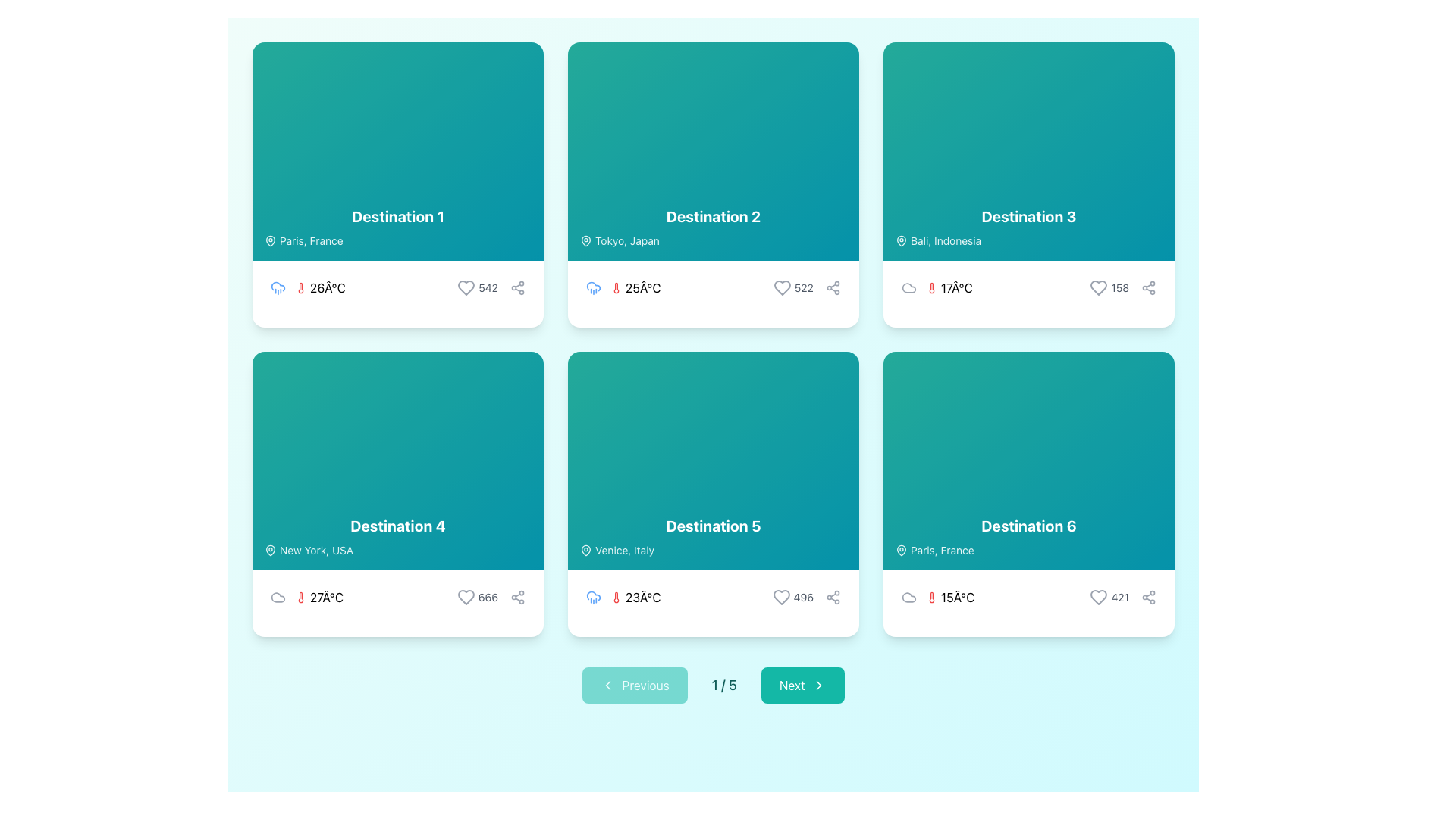 This screenshot has width=1456, height=819. I want to click on temperature display from the Label that shows '23°C' with a thermometer icon in red and a rain cloud icon in blue, located within the fifth card labeled 'Destination 5', so click(623, 596).